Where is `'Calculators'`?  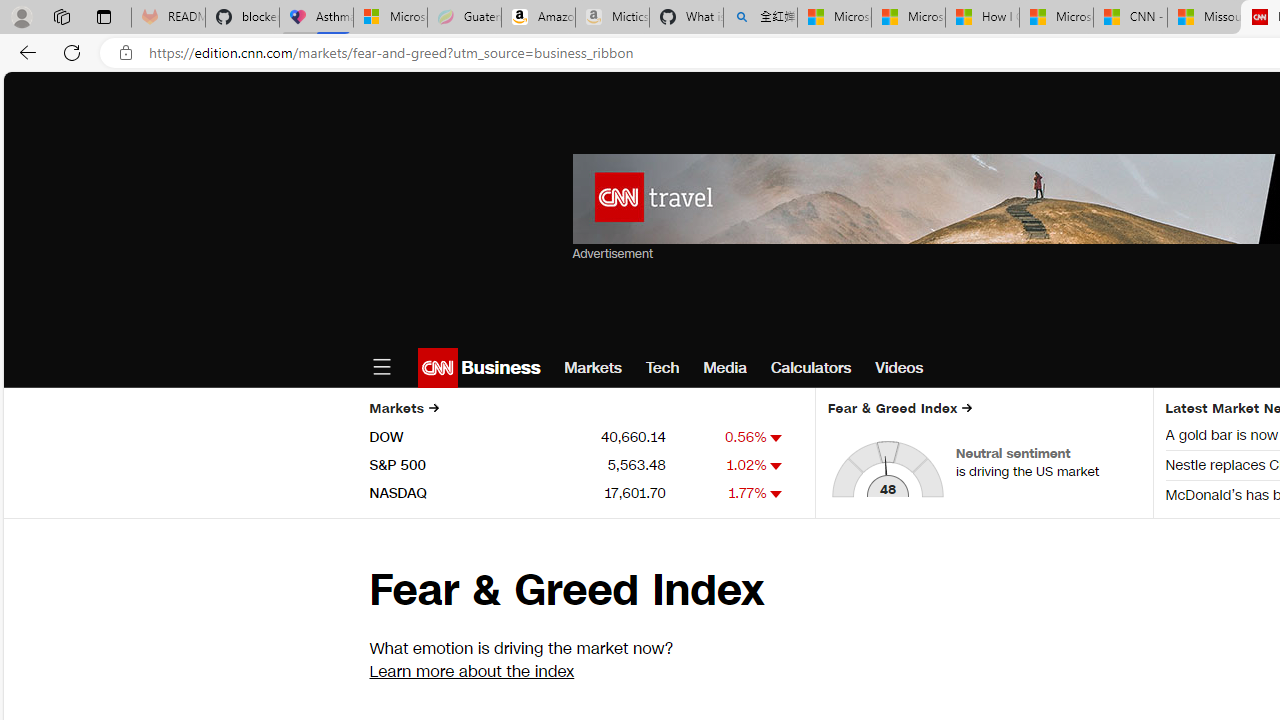 'Calculators' is located at coordinates (811, 367).